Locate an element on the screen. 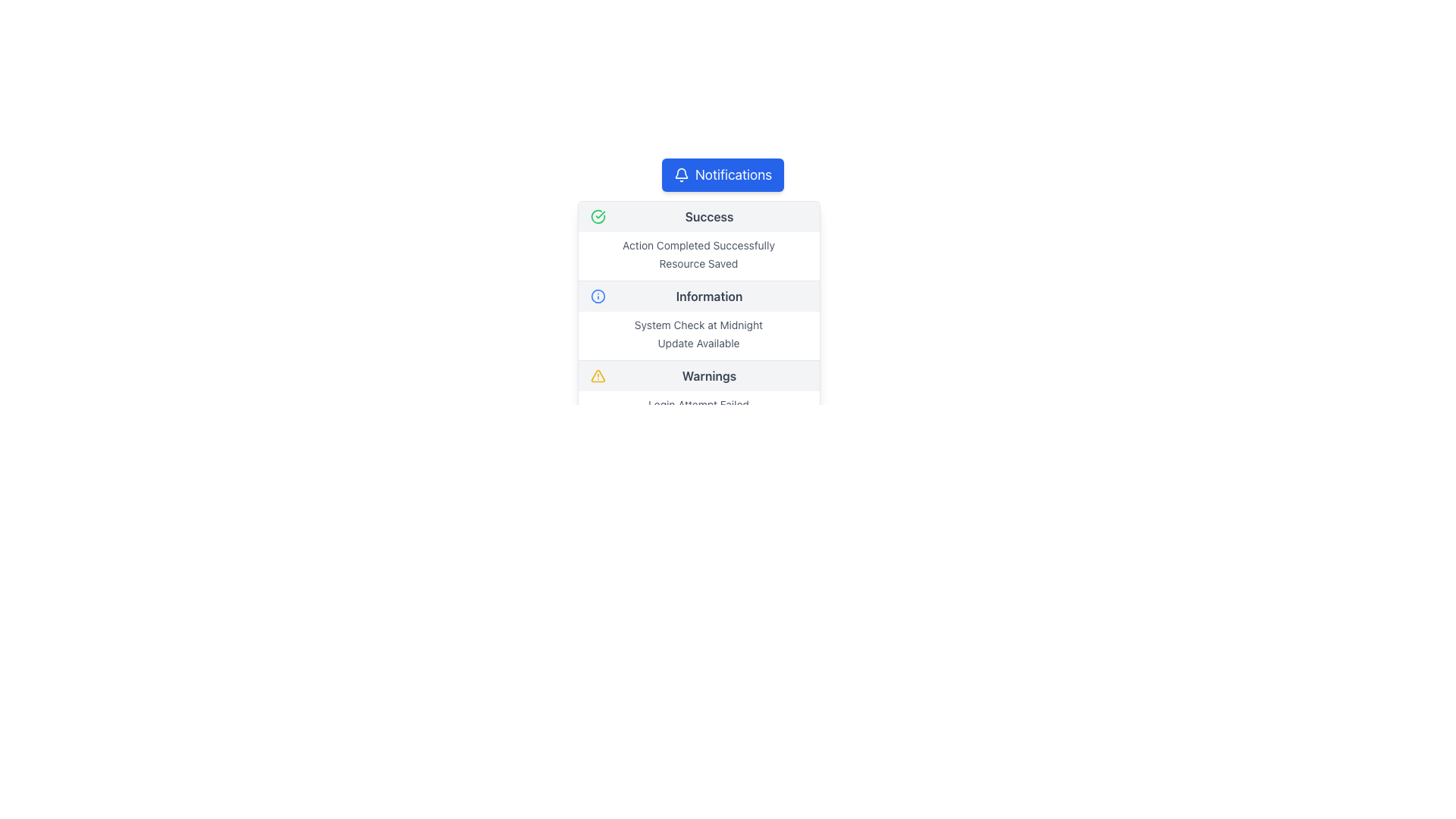 Image resolution: width=1456 pixels, height=819 pixels. the text label displaying 'System Check at Midnight' located in the 'Information' notification card, positioned below the 'Information' header is located at coordinates (698, 324).